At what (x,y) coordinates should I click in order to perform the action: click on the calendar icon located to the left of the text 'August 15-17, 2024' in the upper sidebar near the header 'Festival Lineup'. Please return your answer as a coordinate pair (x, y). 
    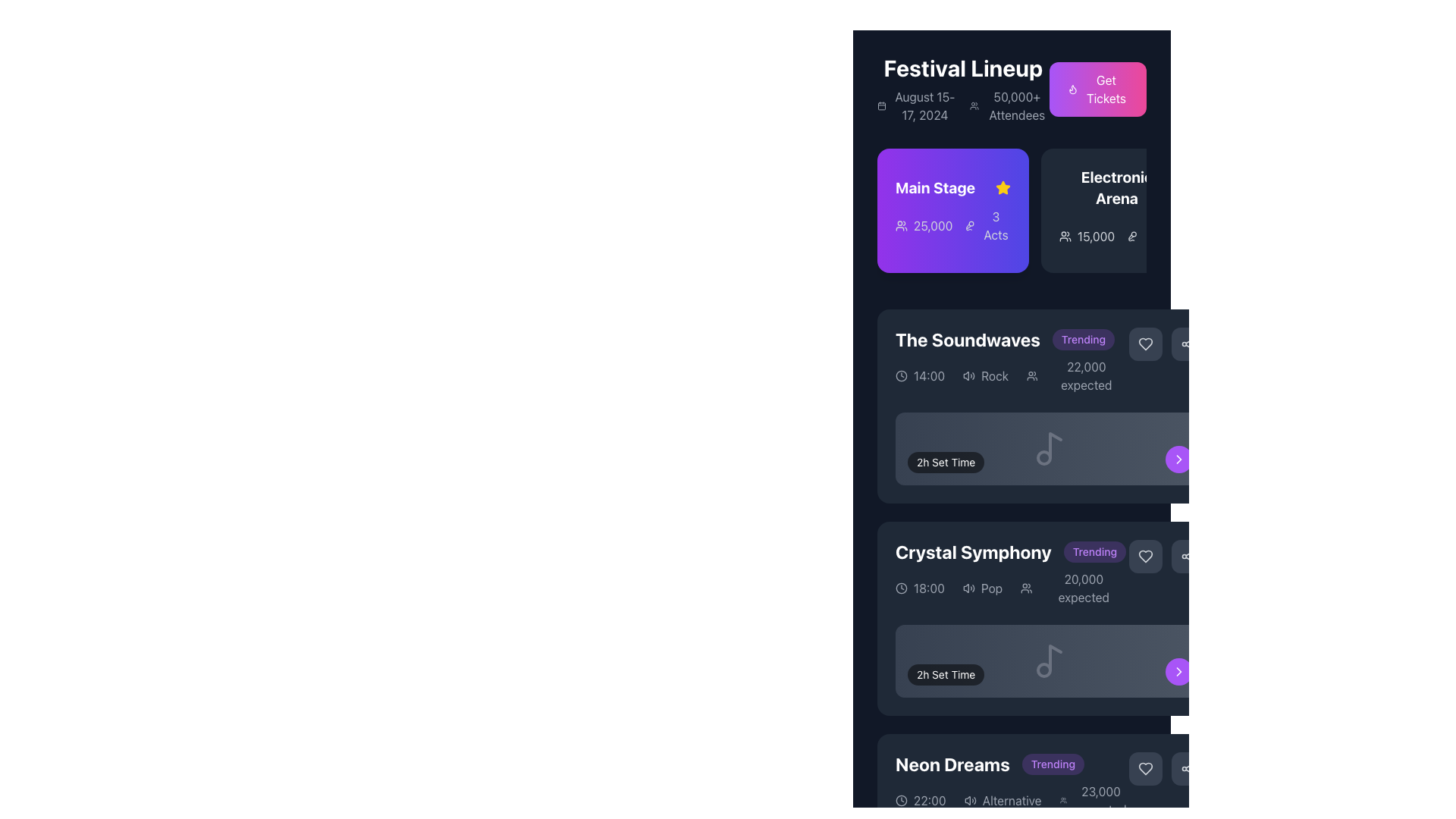
    Looking at the image, I should click on (882, 105).